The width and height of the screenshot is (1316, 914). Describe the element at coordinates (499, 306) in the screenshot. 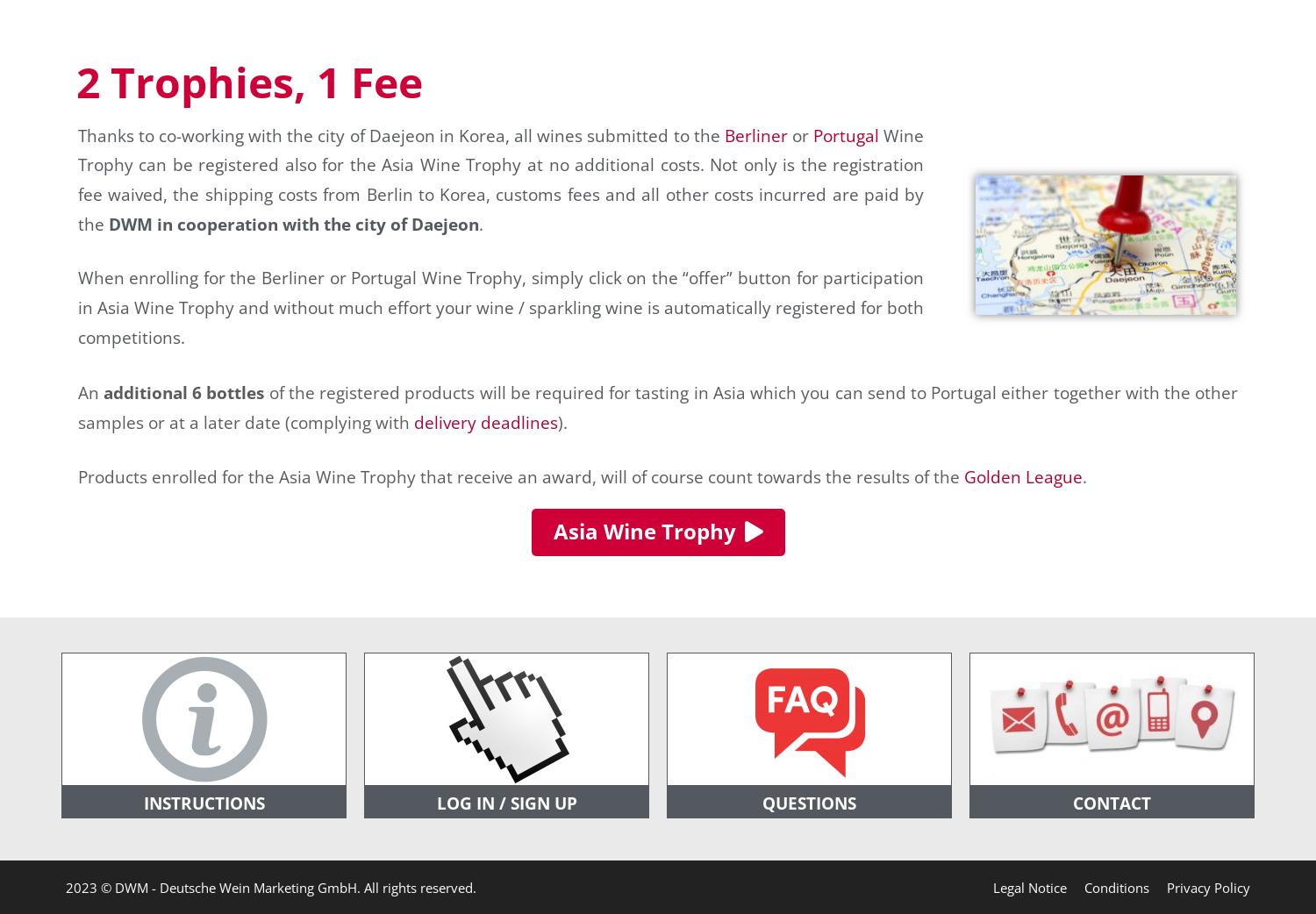

I see `'When enrolling for the Berliner or Portugal Wine Trophy, simply click on the “offer” button for participation in Asia Wine Trophy and without much effort your wine / sparkling wine is automatically registered for both competitions.'` at that location.